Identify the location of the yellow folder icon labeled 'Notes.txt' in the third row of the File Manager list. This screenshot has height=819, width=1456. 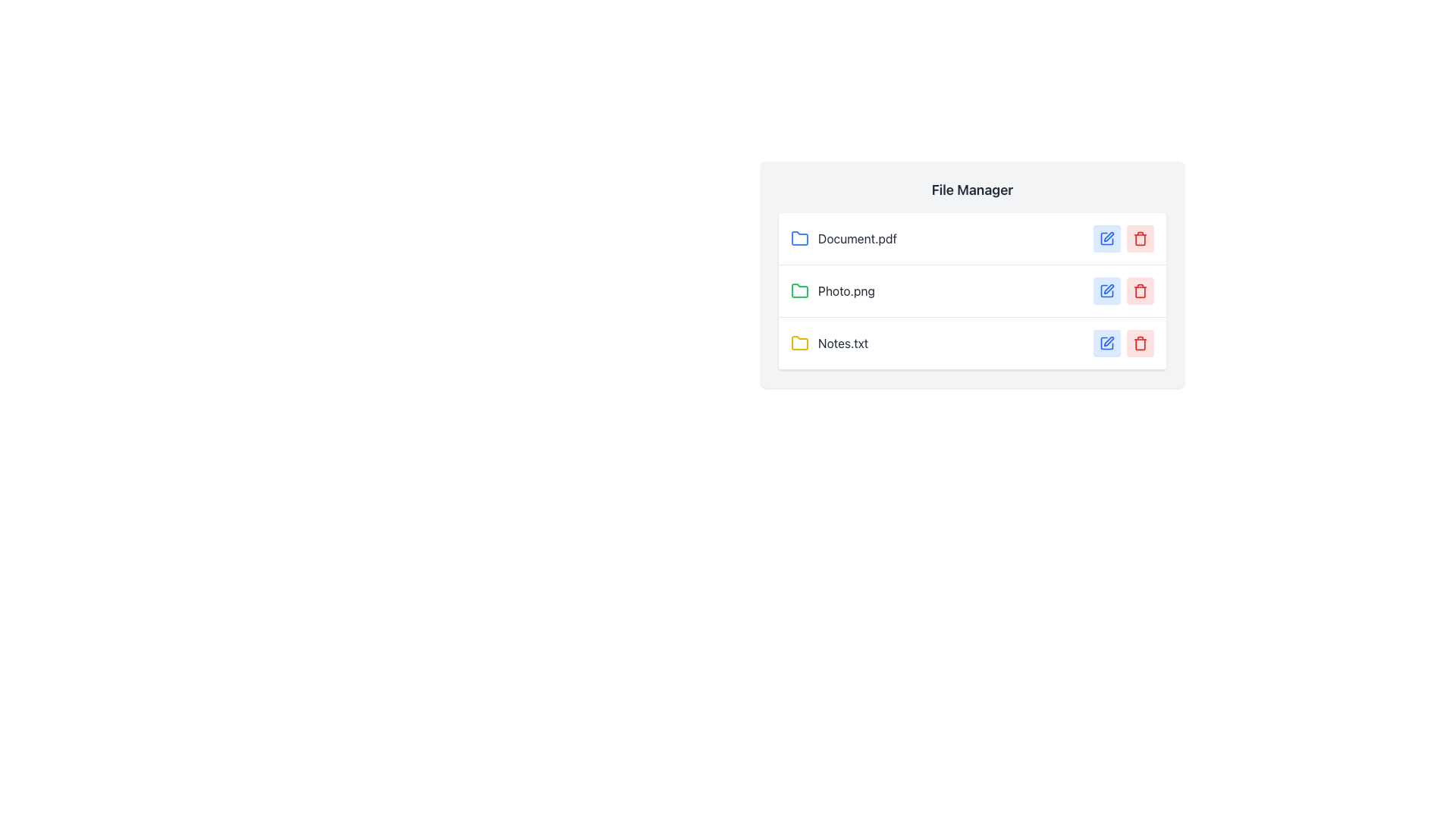
(799, 342).